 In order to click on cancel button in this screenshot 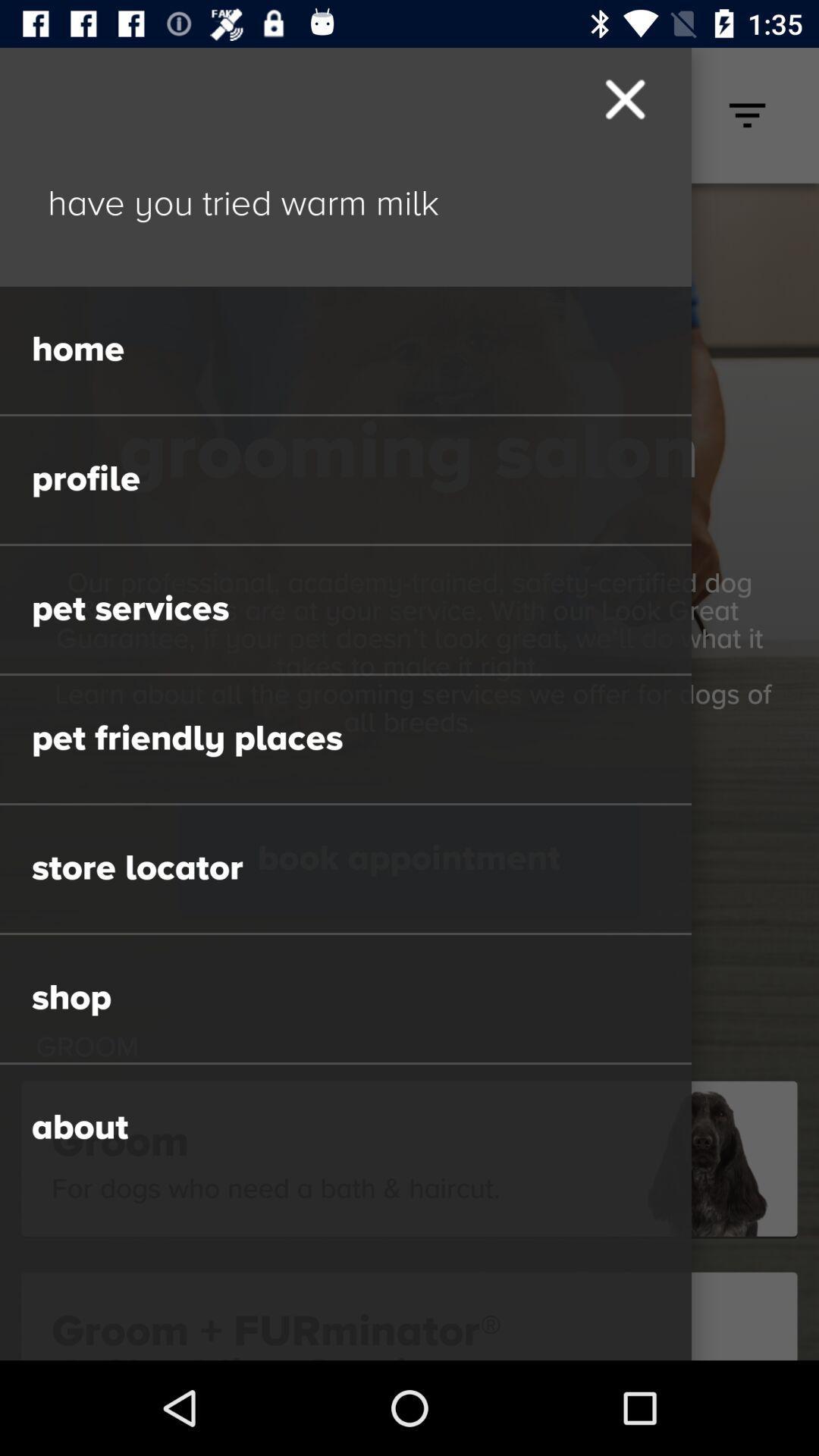, I will do `click(623, 99)`.